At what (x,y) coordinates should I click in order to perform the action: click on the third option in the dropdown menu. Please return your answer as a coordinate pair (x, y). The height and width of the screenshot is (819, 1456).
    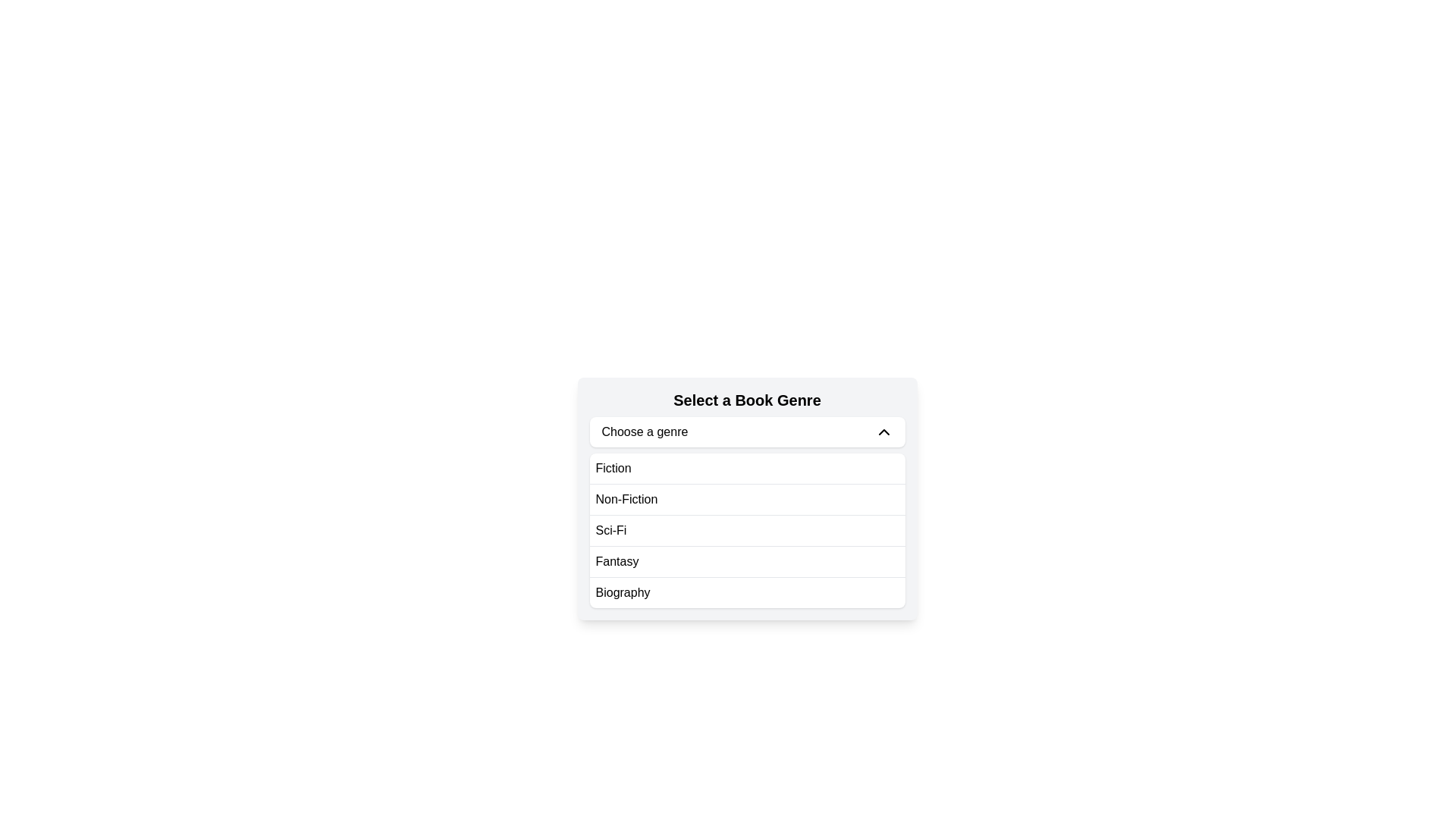
    Looking at the image, I should click on (747, 529).